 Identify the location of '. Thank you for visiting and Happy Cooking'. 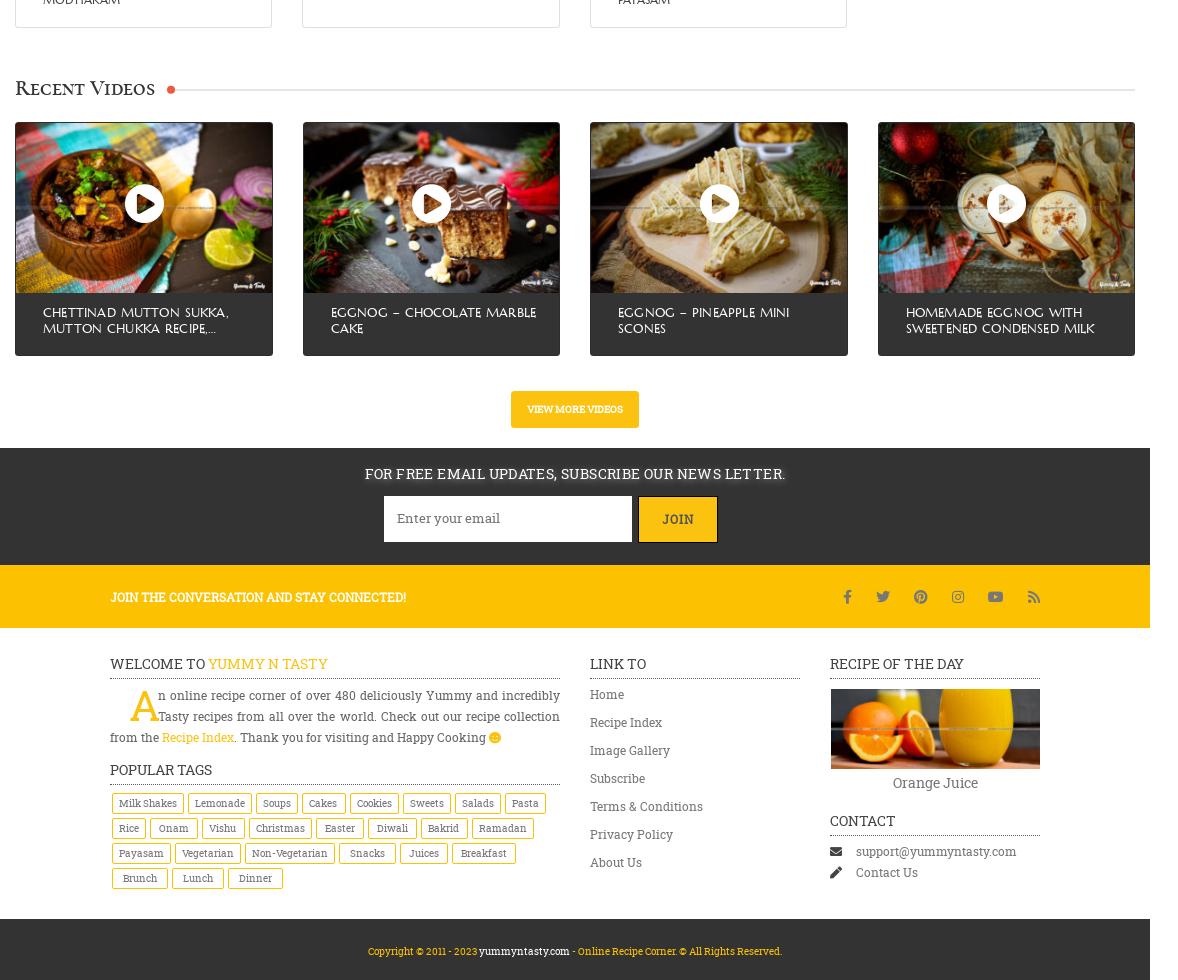
(361, 736).